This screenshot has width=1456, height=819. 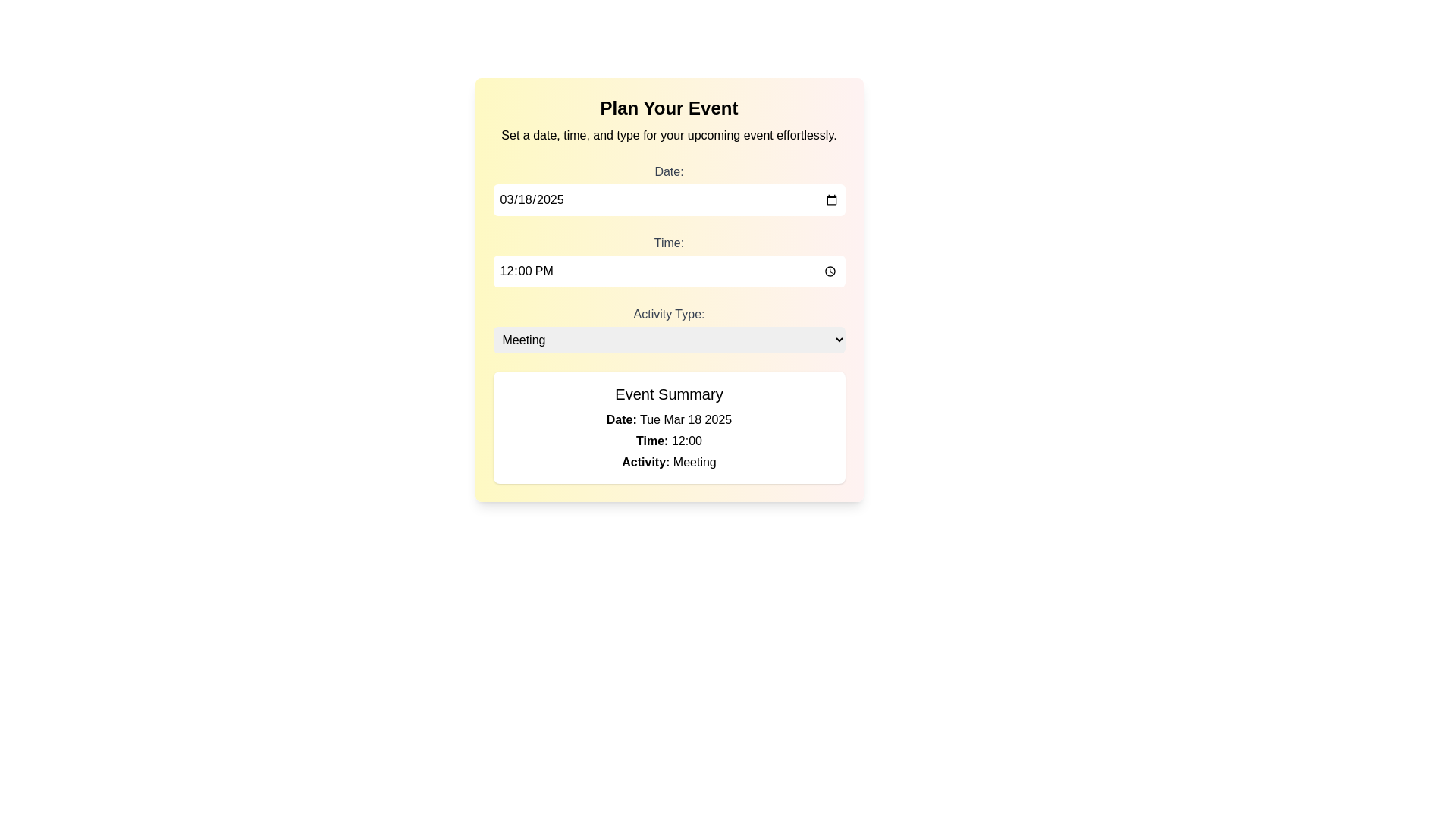 What do you see at coordinates (668, 134) in the screenshot?
I see `the static text that says 'Set a date, time, and type for your upcoming event effortlessly.', located below the bold heading 'Plan Your Event'` at bounding box center [668, 134].